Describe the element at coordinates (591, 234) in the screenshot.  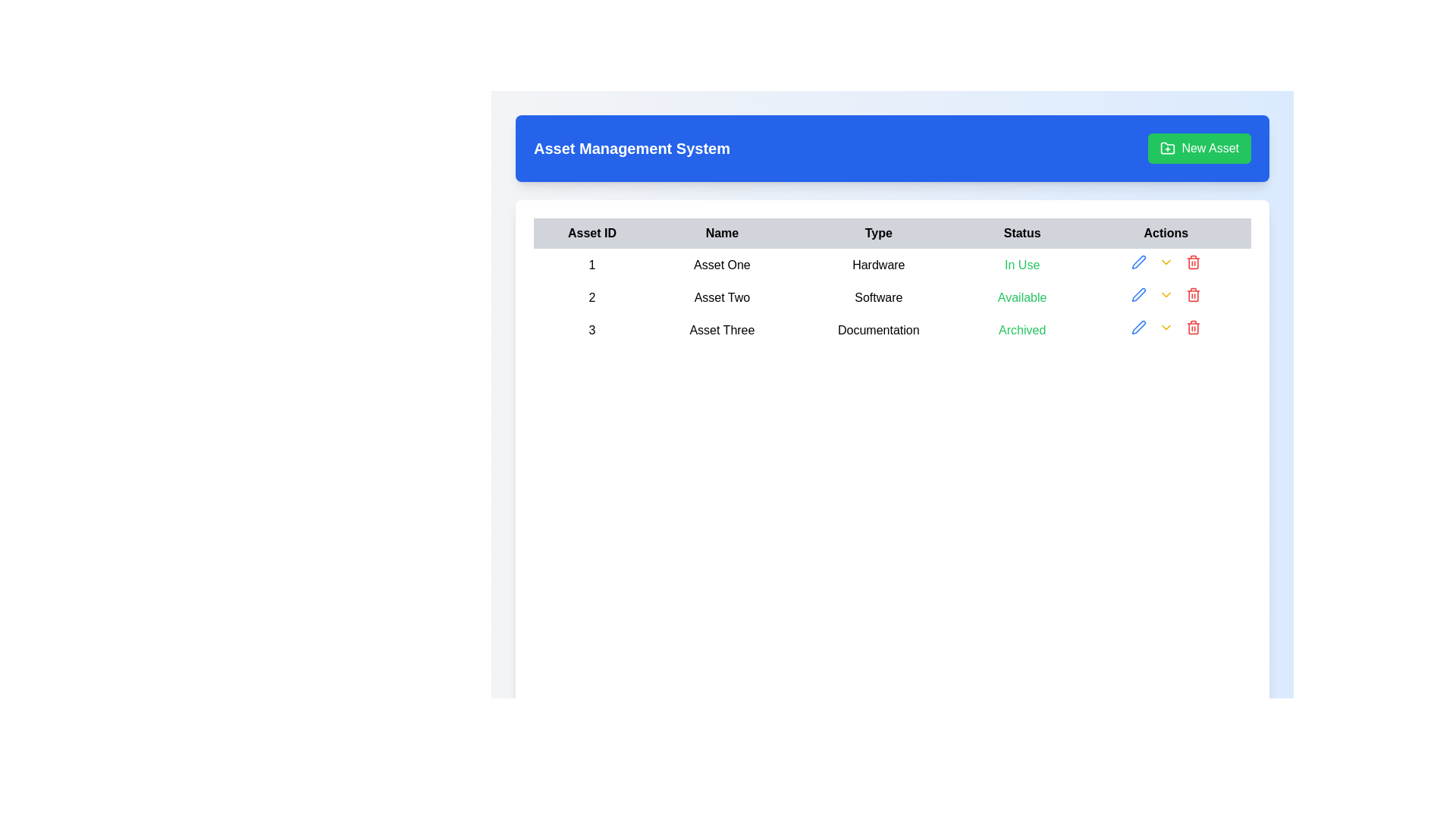
I see `the 'Asset ID' label, which is the first column header of a table displayed in bold, black font on a light gray background` at that location.